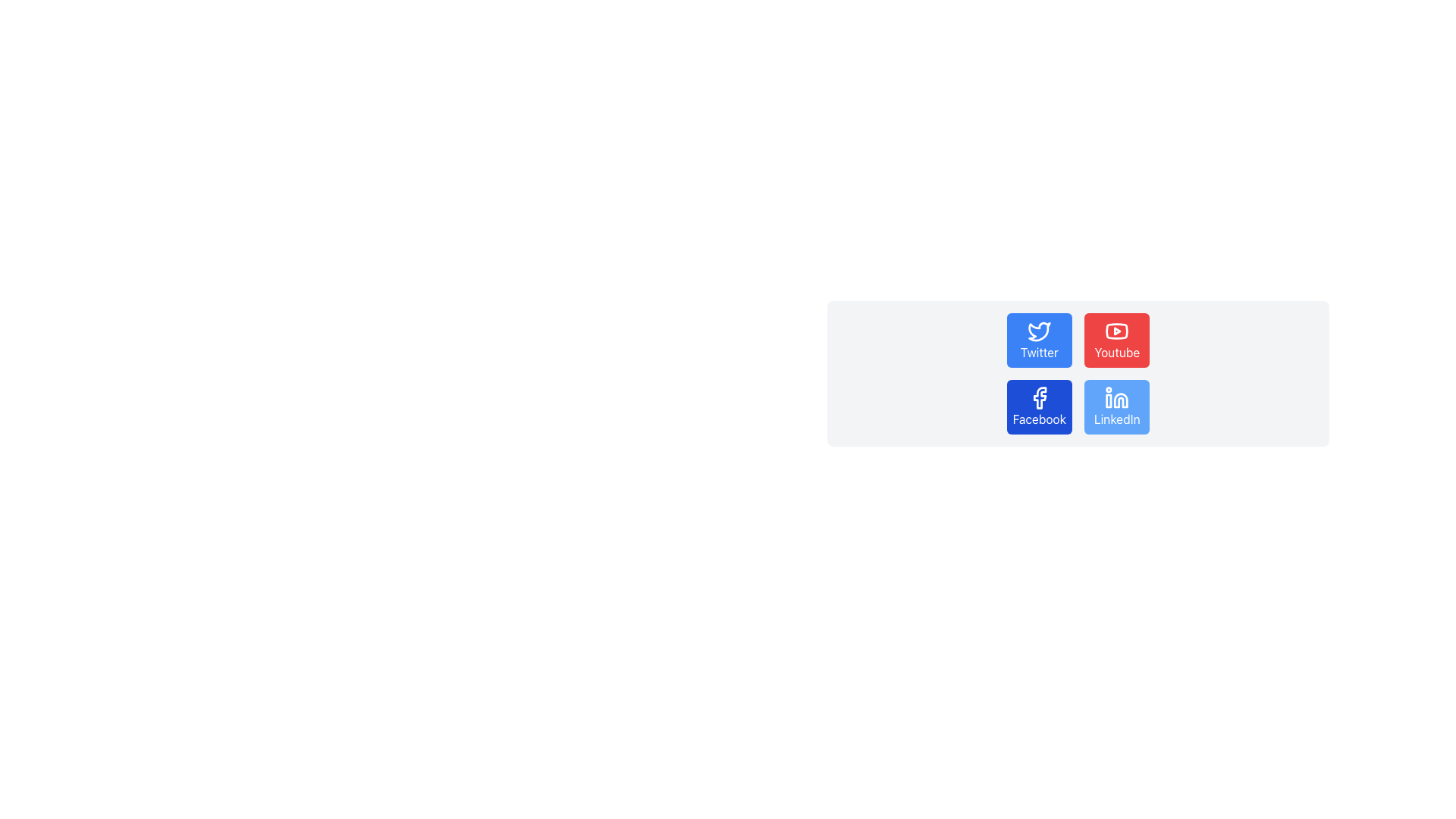 This screenshot has height=819, width=1456. What do you see at coordinates (1109, 400) in the screenshot?
I see `the LinkedIn icon fragment located in the center-bottom region of the icon, which is part of a grid layout with other social media icons` at bounding box center [1109, 400].